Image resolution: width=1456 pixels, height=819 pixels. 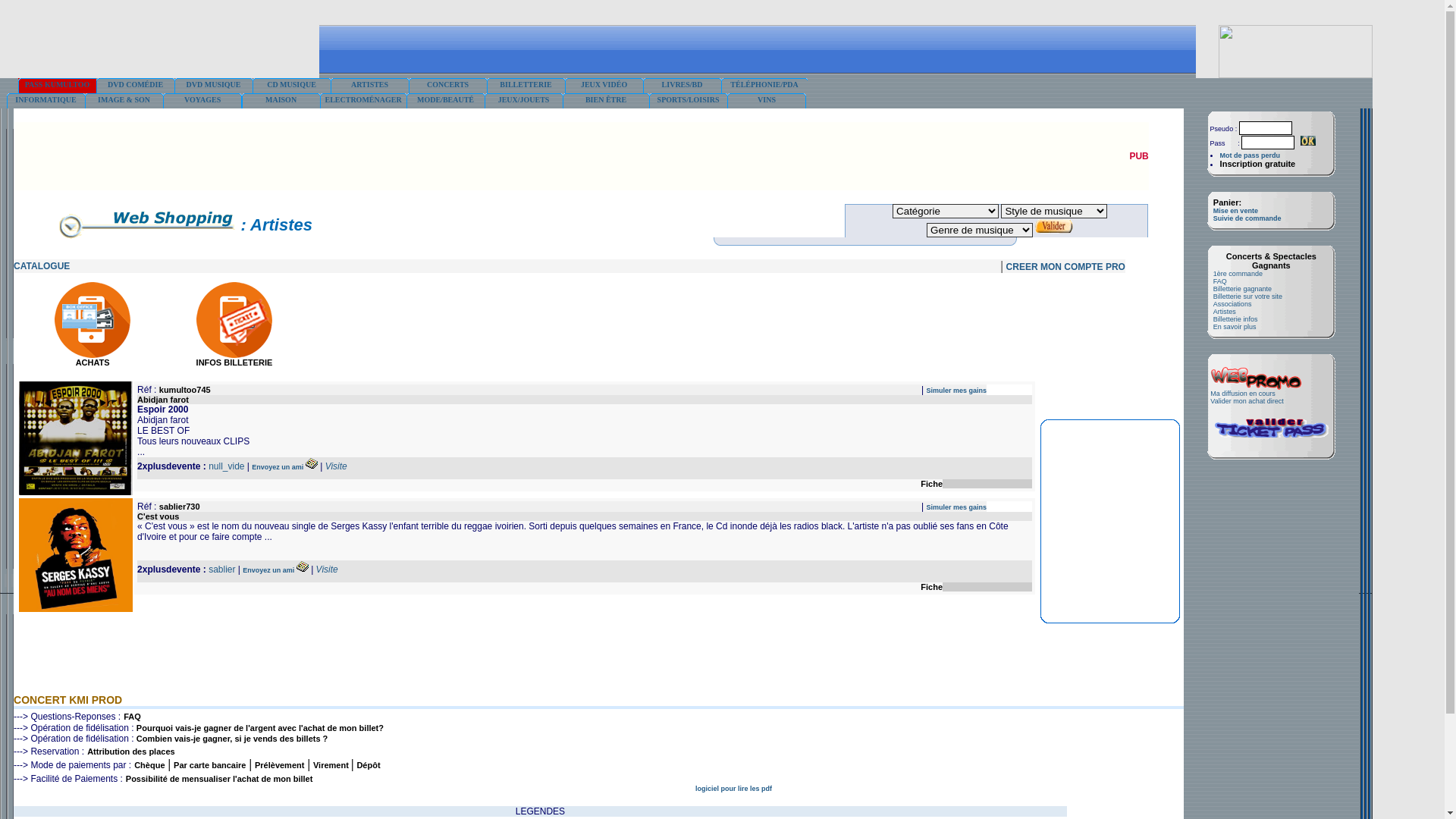 I want to click on 'Visite', so click(x=326, y=570).